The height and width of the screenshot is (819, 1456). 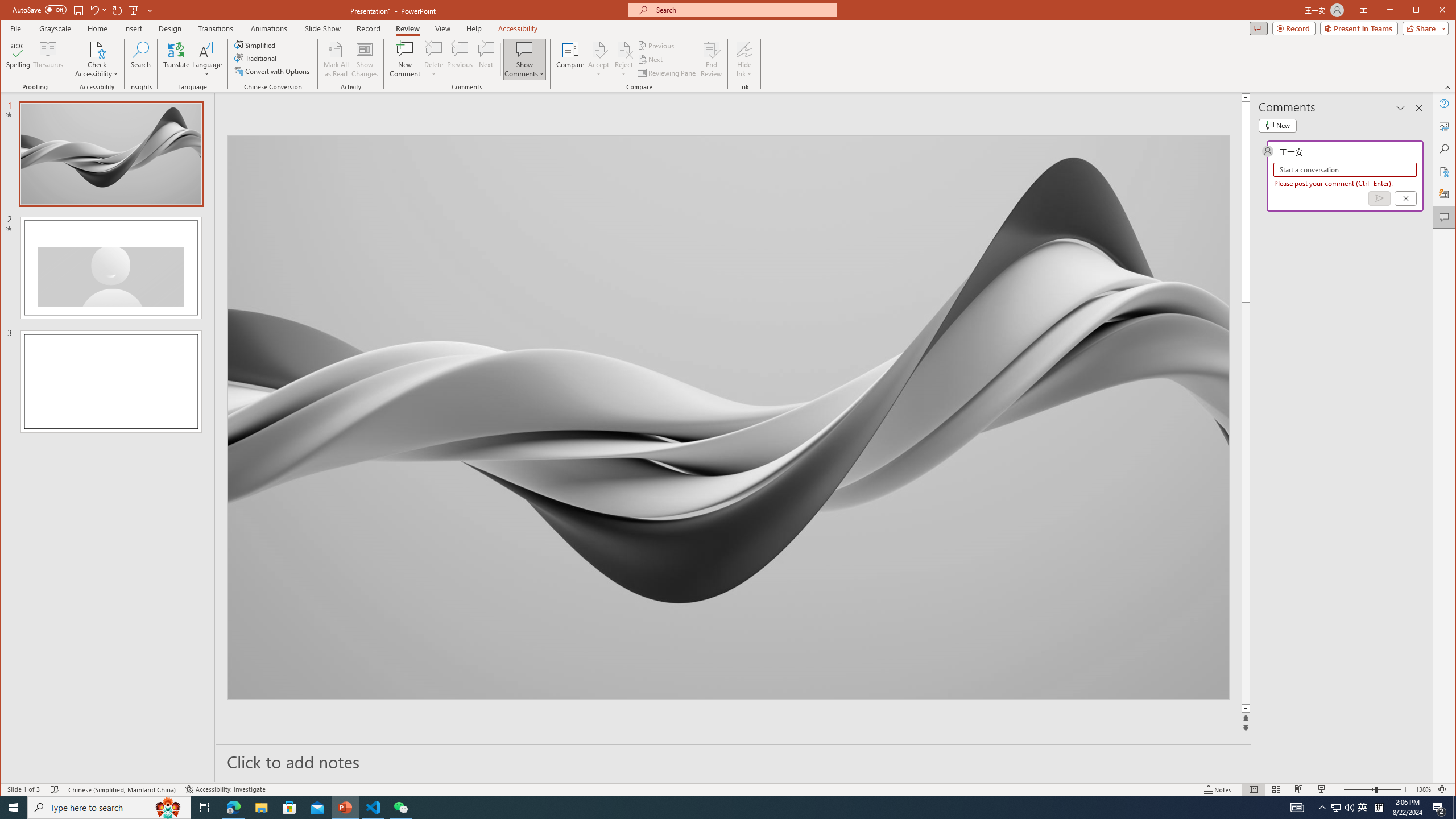 What do you see at coordinates (1345, 169) in the screenshot?
I see `'Start a conversation'` at bounding box center [1345, 169].